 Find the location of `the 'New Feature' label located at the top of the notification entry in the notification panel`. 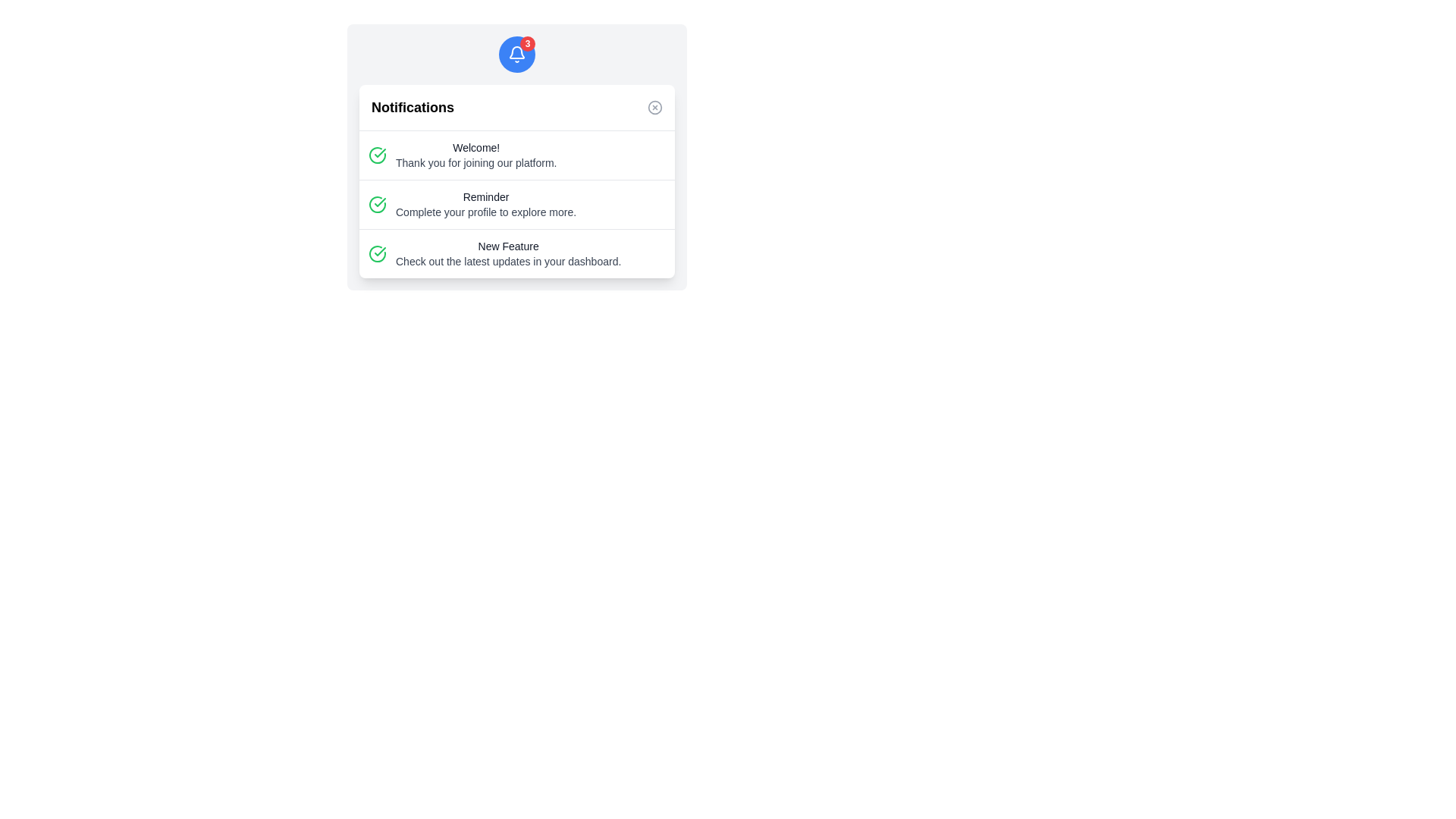

the 'New Feature' label located at the top of the notification entry in the notification panel is located at coordinates (508, 245).